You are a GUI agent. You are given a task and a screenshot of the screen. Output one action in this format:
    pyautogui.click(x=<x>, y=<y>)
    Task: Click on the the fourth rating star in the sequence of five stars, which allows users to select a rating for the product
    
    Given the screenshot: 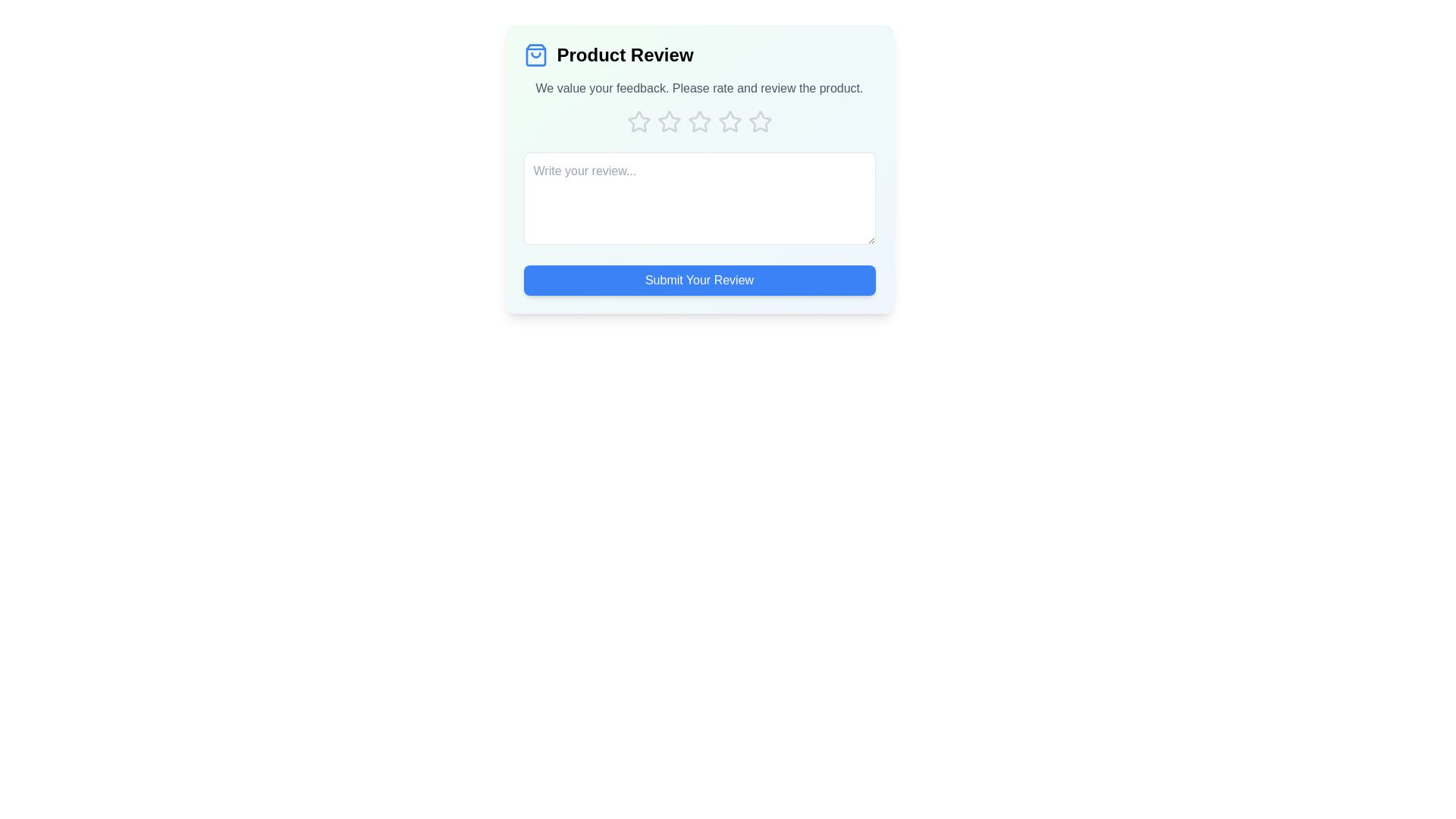 What is the action you would take?
    pyautogui.click(x=730, y=121)
    